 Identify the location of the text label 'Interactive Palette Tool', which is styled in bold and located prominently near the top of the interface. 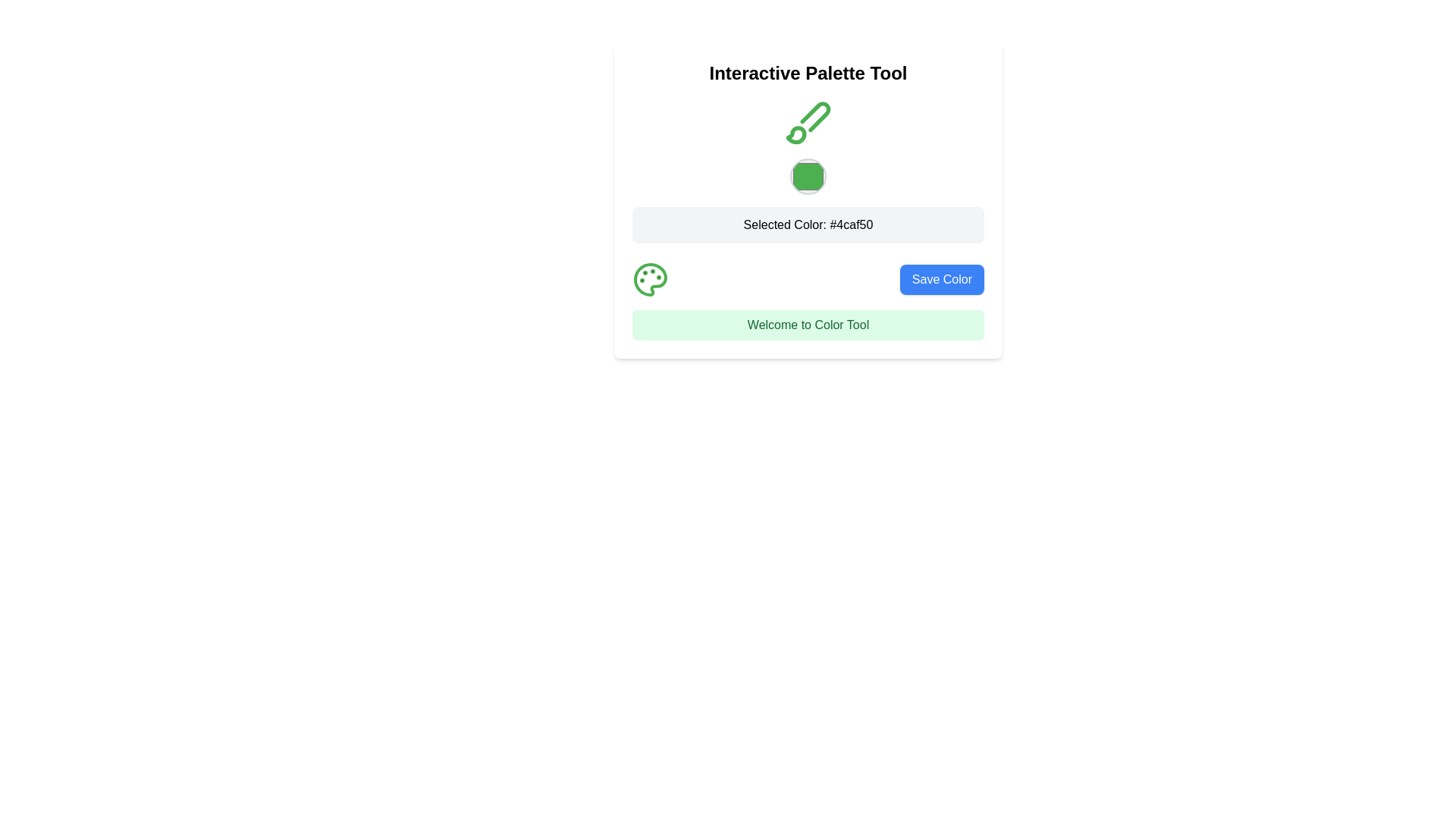
(807, 73).